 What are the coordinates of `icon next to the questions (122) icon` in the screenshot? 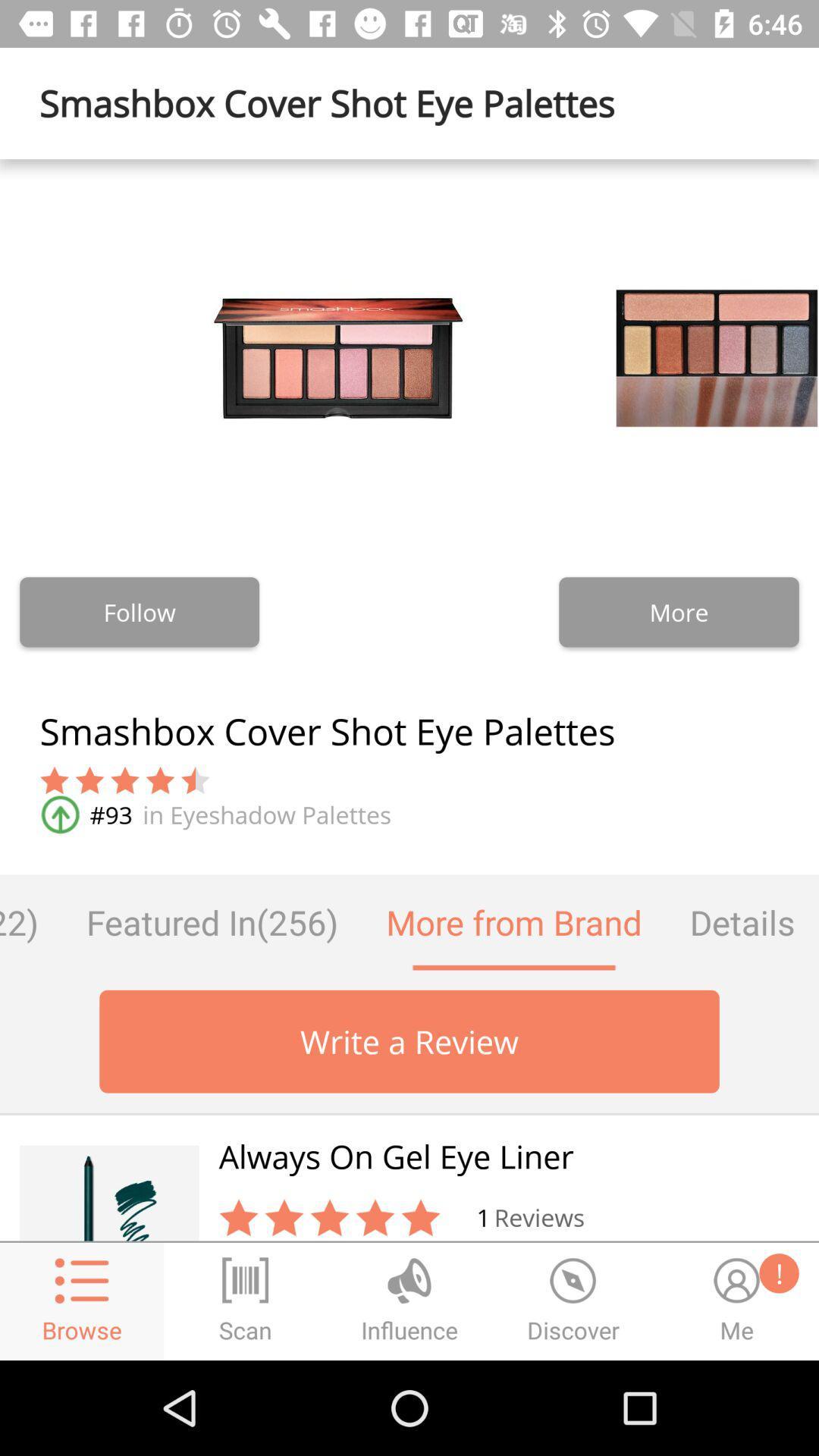 It's located at (212, 921).